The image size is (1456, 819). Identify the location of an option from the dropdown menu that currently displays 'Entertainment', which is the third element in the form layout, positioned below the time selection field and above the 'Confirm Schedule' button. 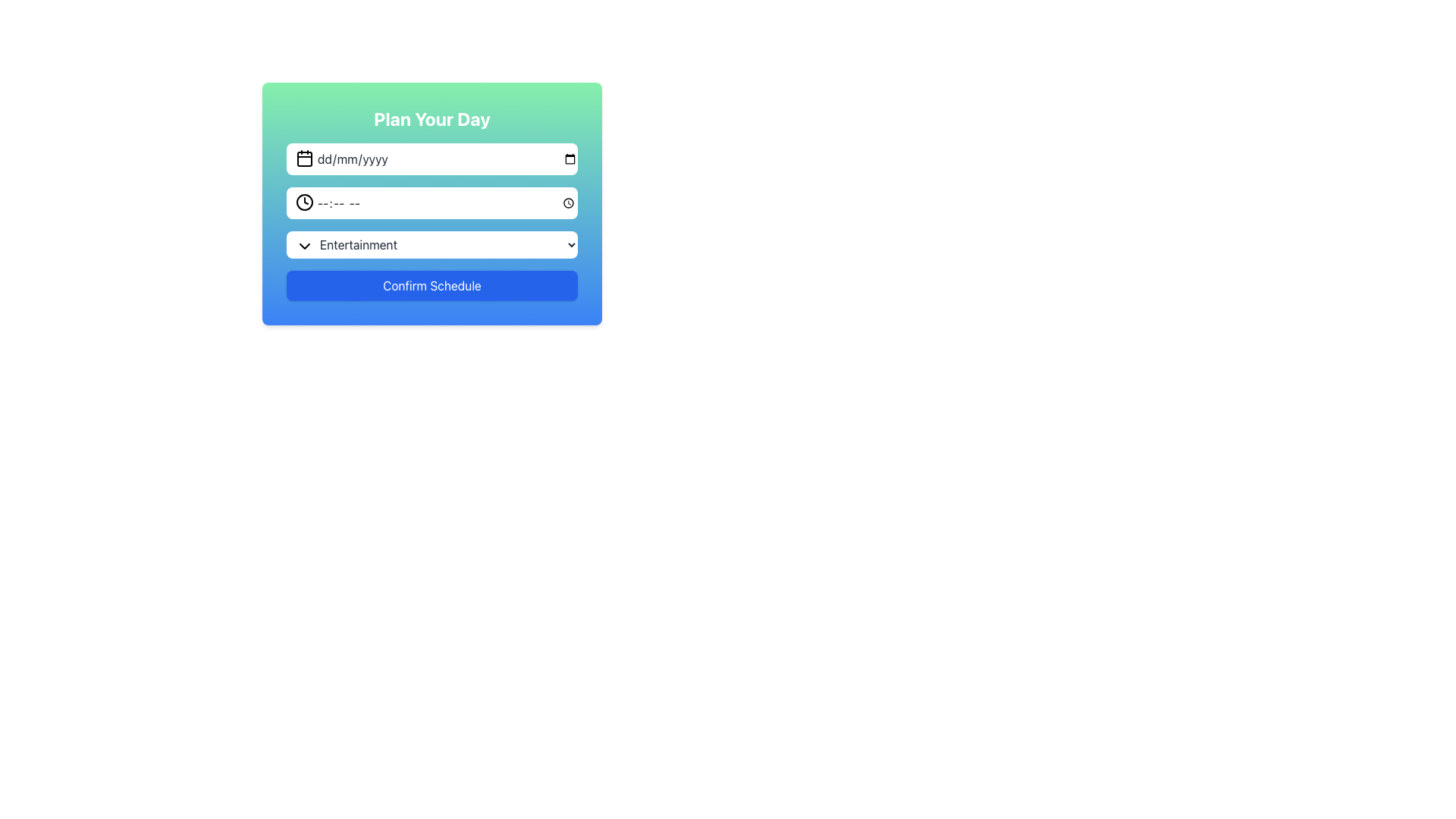
(431, 244).